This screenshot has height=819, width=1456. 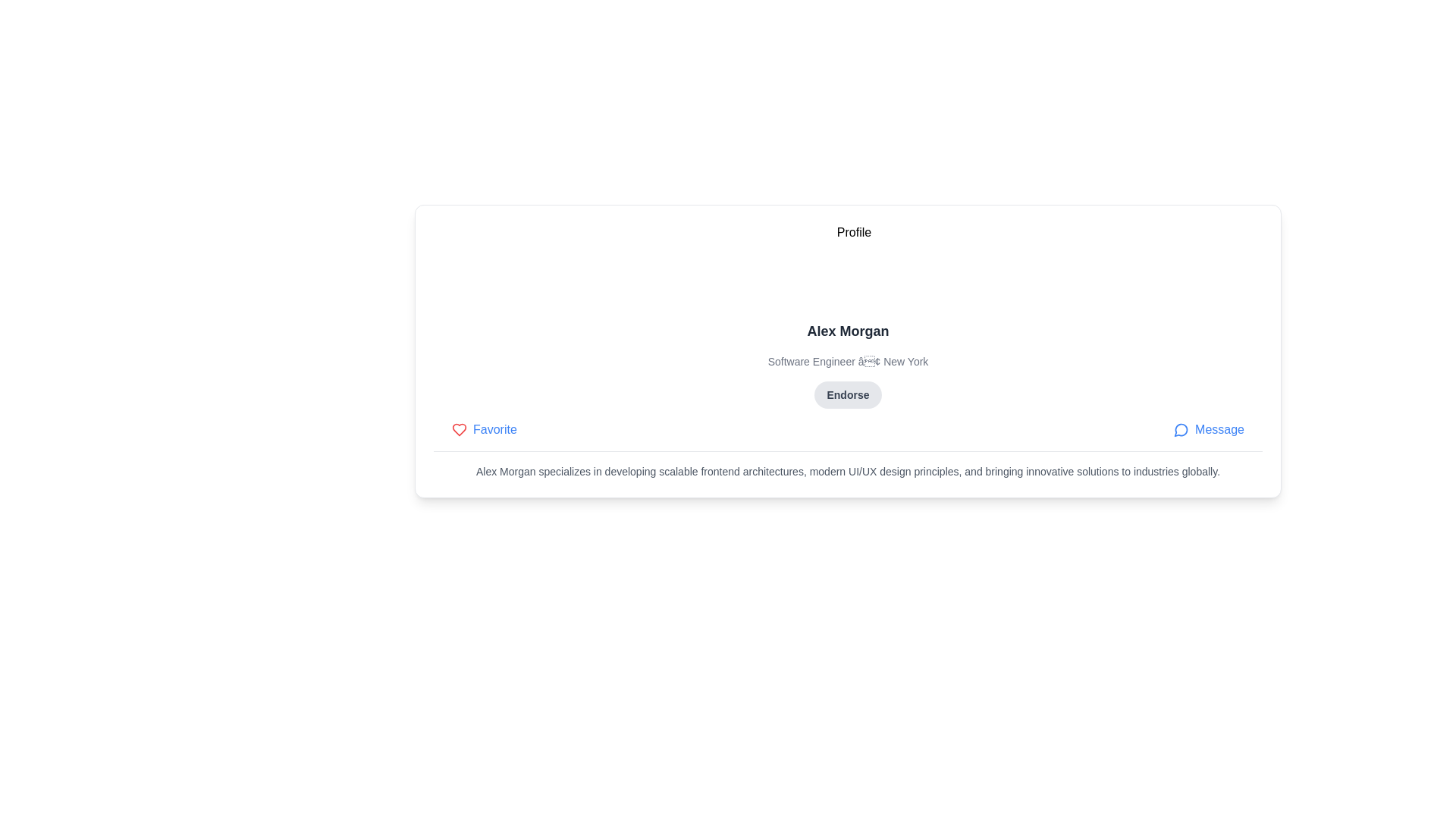 I want to click on the small circular blue message icon located to the right of the 'Message' text, so click(x=1181, y=430).